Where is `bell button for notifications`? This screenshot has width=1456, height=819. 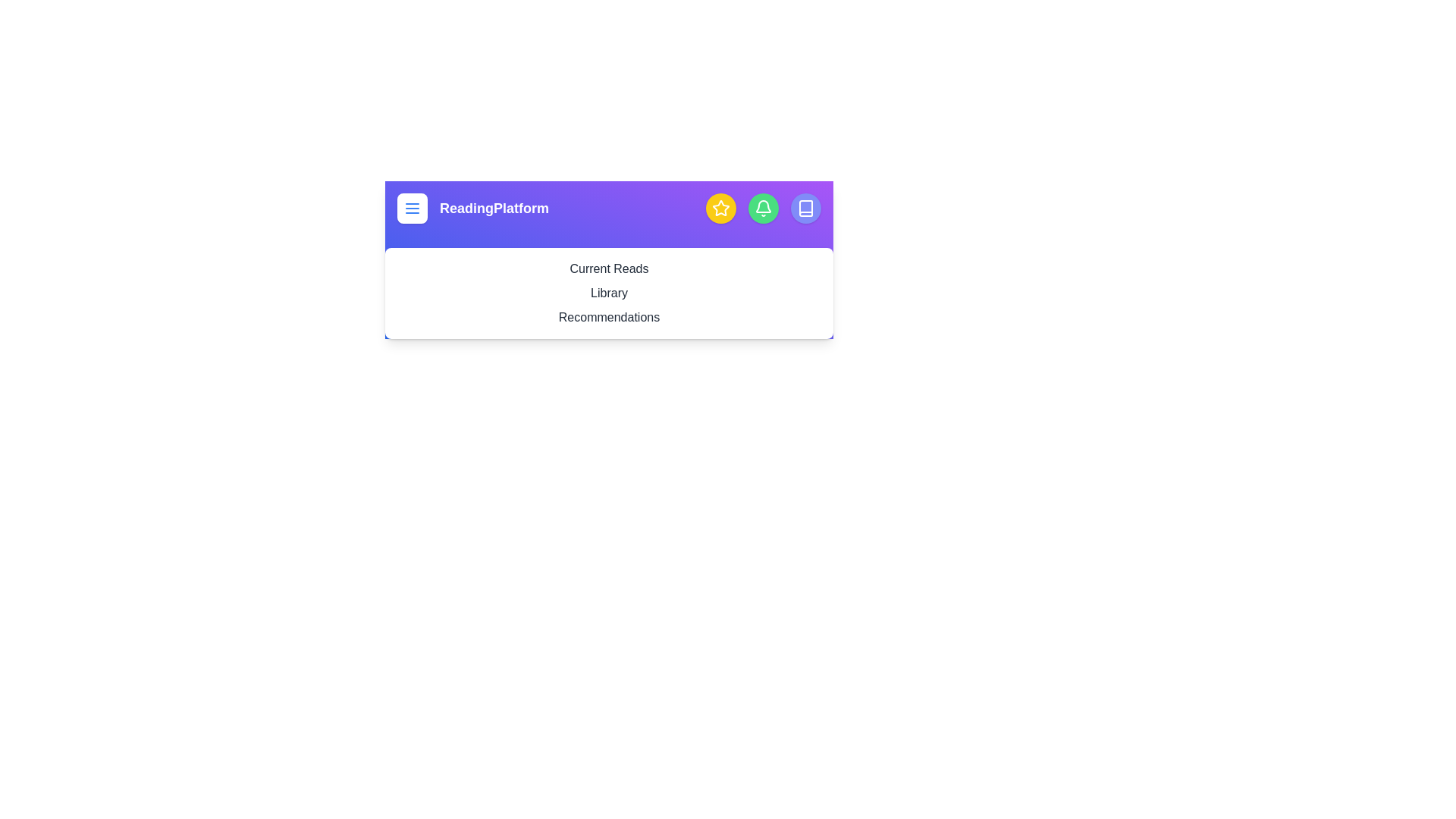 bell button for notifications is located at coordinates (764, 208).